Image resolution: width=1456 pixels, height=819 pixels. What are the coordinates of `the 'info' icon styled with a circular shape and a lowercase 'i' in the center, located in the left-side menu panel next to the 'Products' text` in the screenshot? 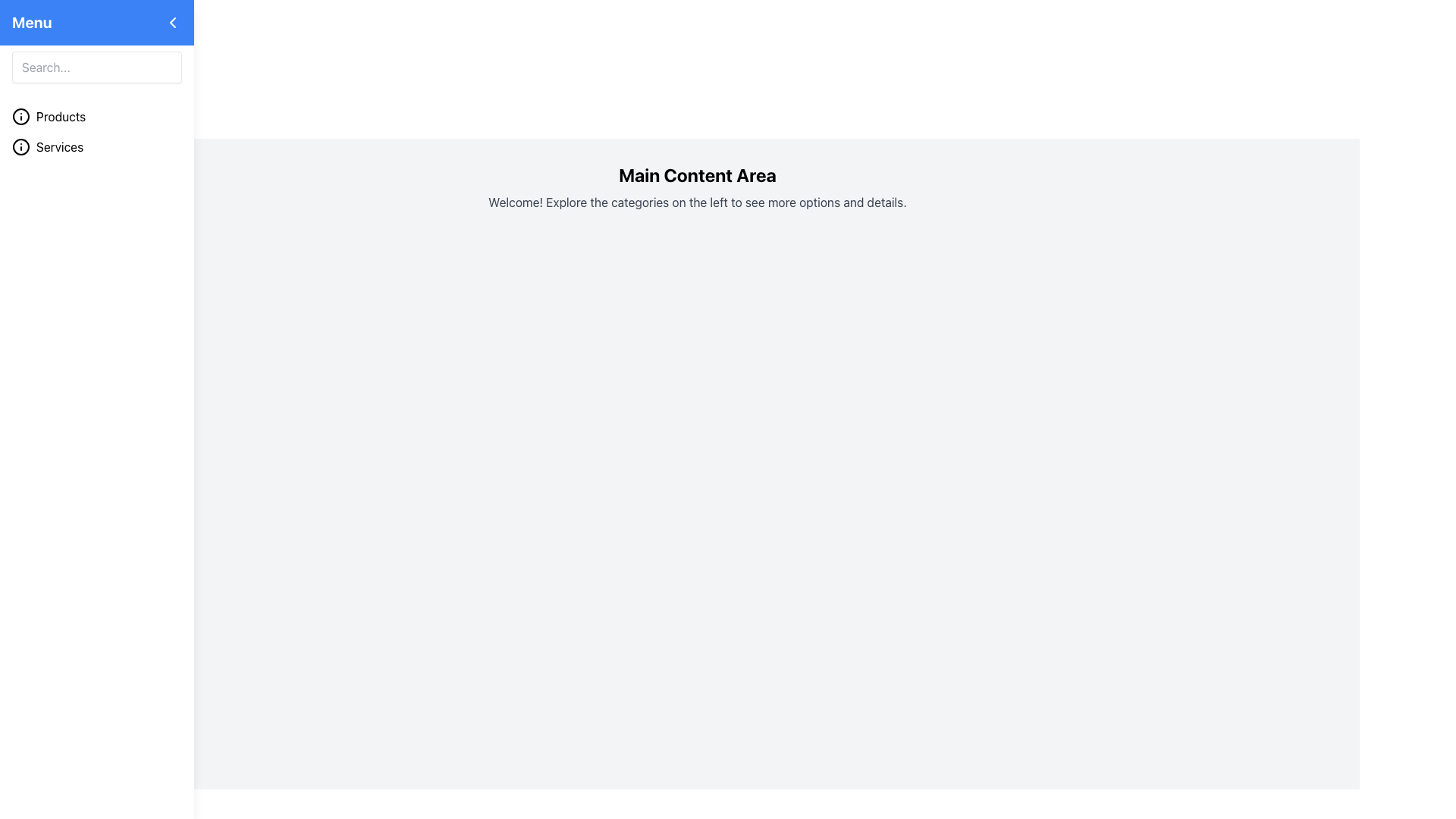 It's located at (21, 116).